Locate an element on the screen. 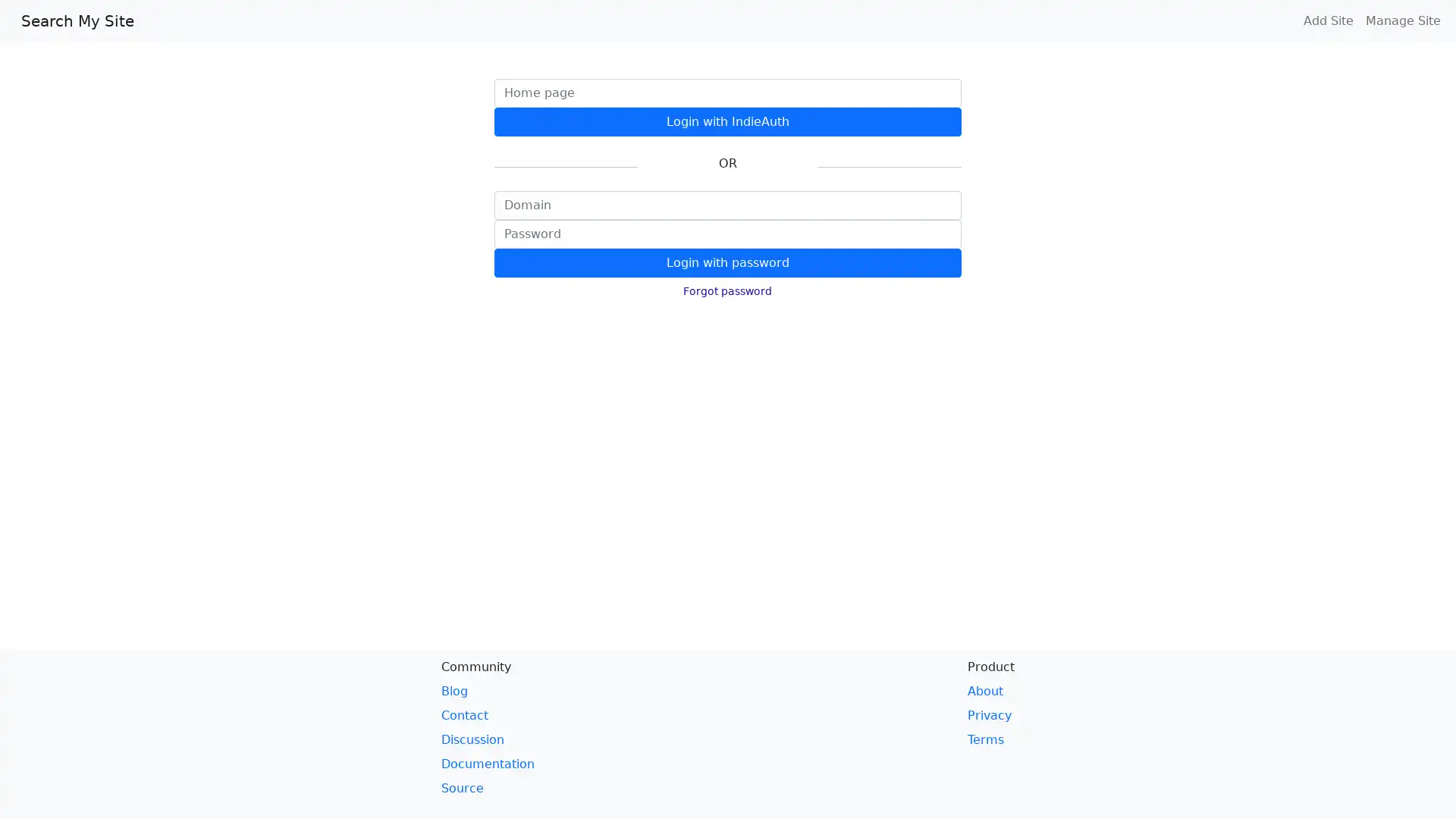 The image size is (1456, 819). Login with IndieAuth is located at coordinates (726, 121).